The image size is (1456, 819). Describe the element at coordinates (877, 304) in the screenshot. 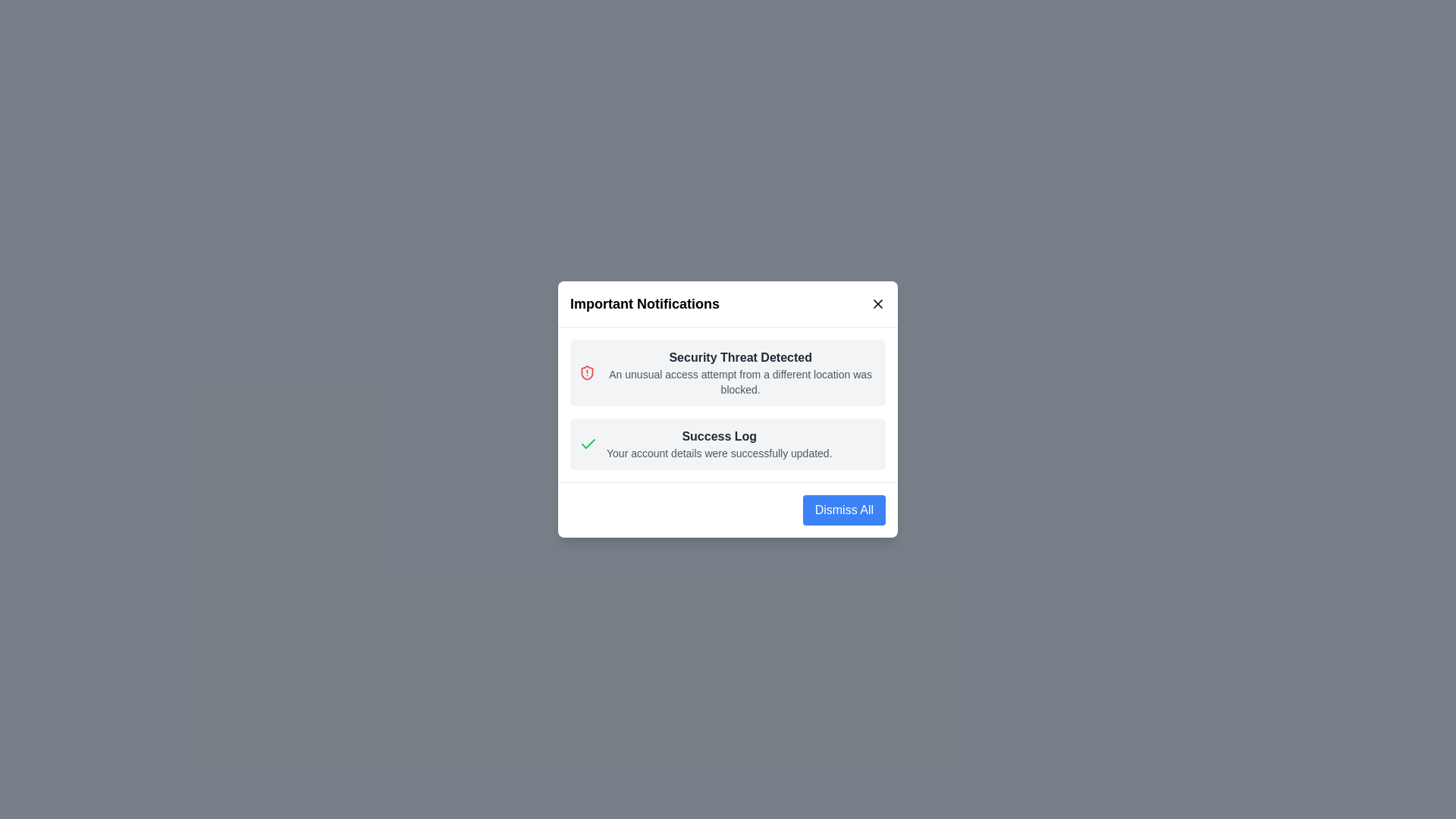

I see `the close button to close the notification popup` at that location.